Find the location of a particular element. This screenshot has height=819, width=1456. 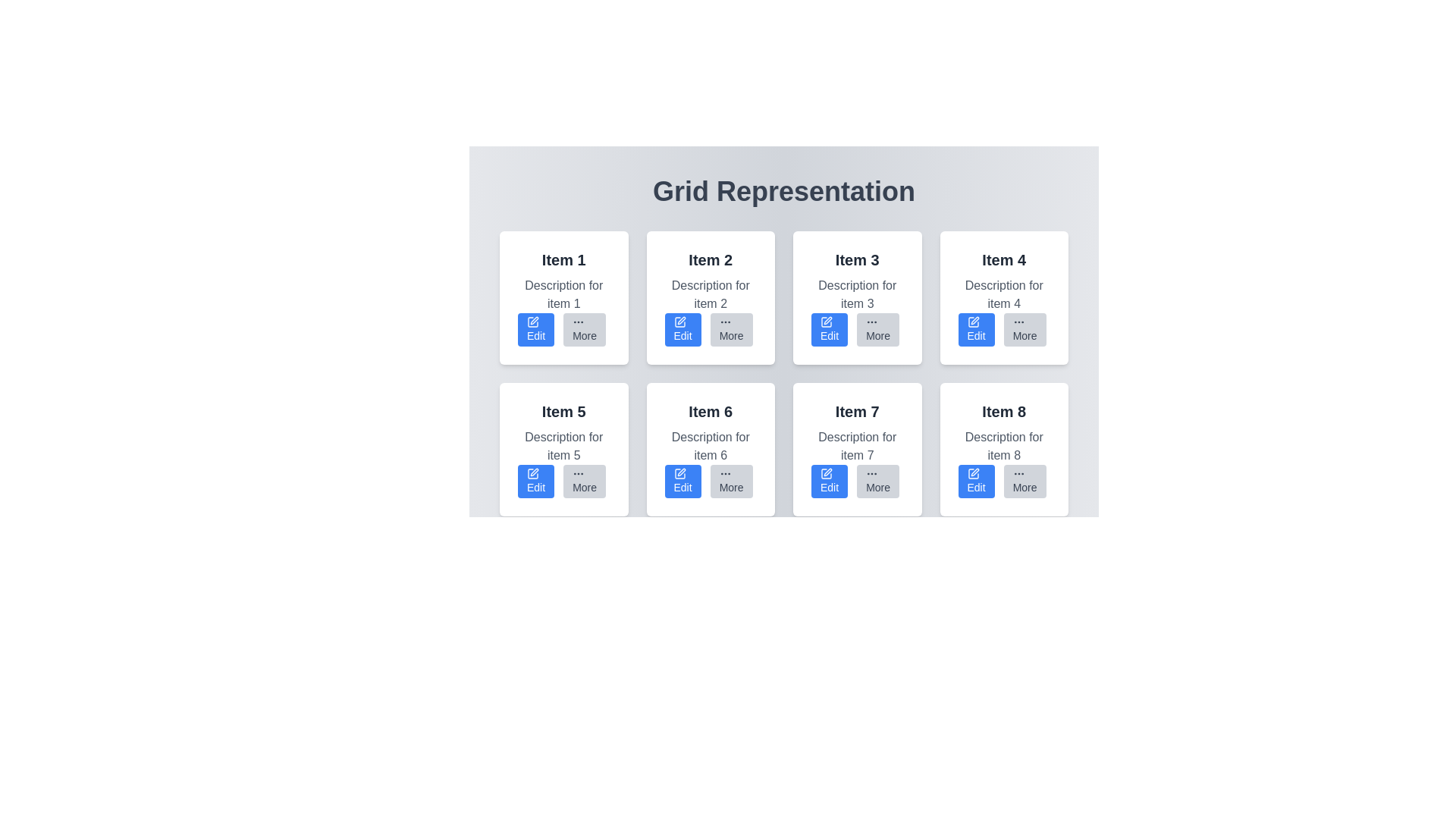

the 'More' button located in the lower-right section of the 'Item 3' card is located at coordinates (857, 329).